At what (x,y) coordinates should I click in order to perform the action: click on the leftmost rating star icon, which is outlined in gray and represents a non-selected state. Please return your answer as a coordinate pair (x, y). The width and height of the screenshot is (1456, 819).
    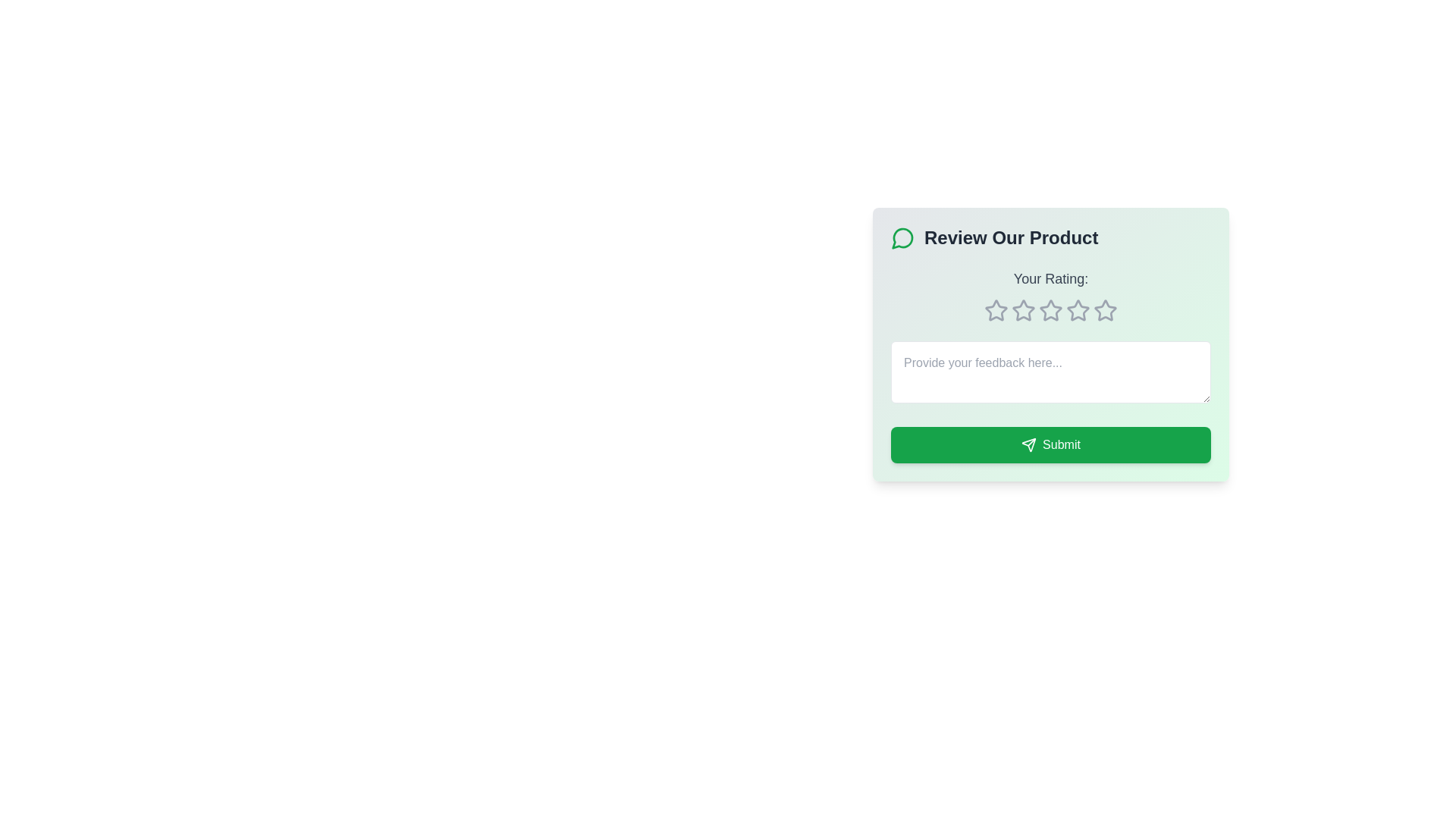
    Looking at the image, I should click on (996, 309).